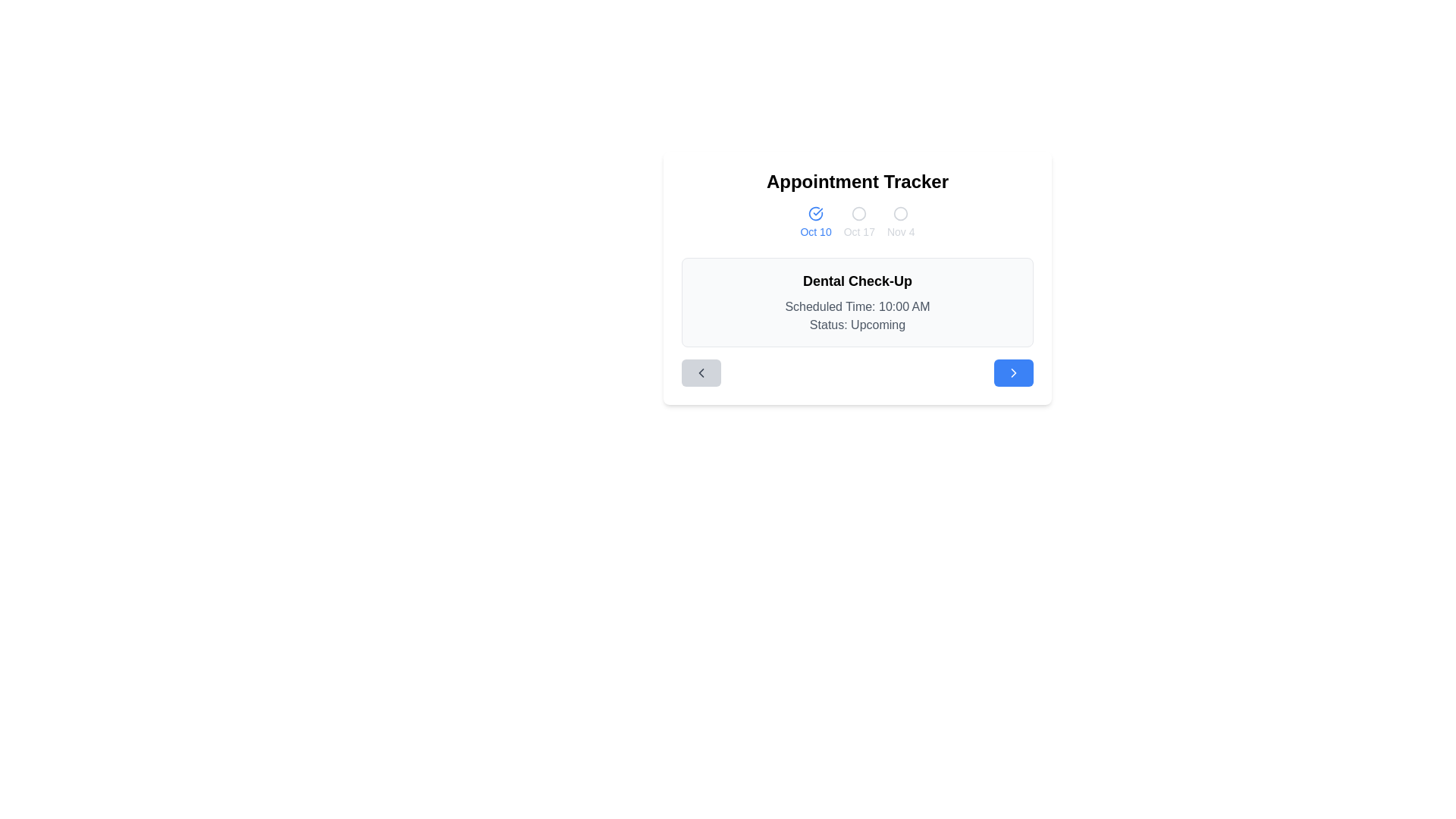  Describe the element at coordinates (859, 213) in the screenshot. I see `the decorative circle used as a visual indicator for date selection within the SVG graphic, positioned near the top center of the display` at that location.